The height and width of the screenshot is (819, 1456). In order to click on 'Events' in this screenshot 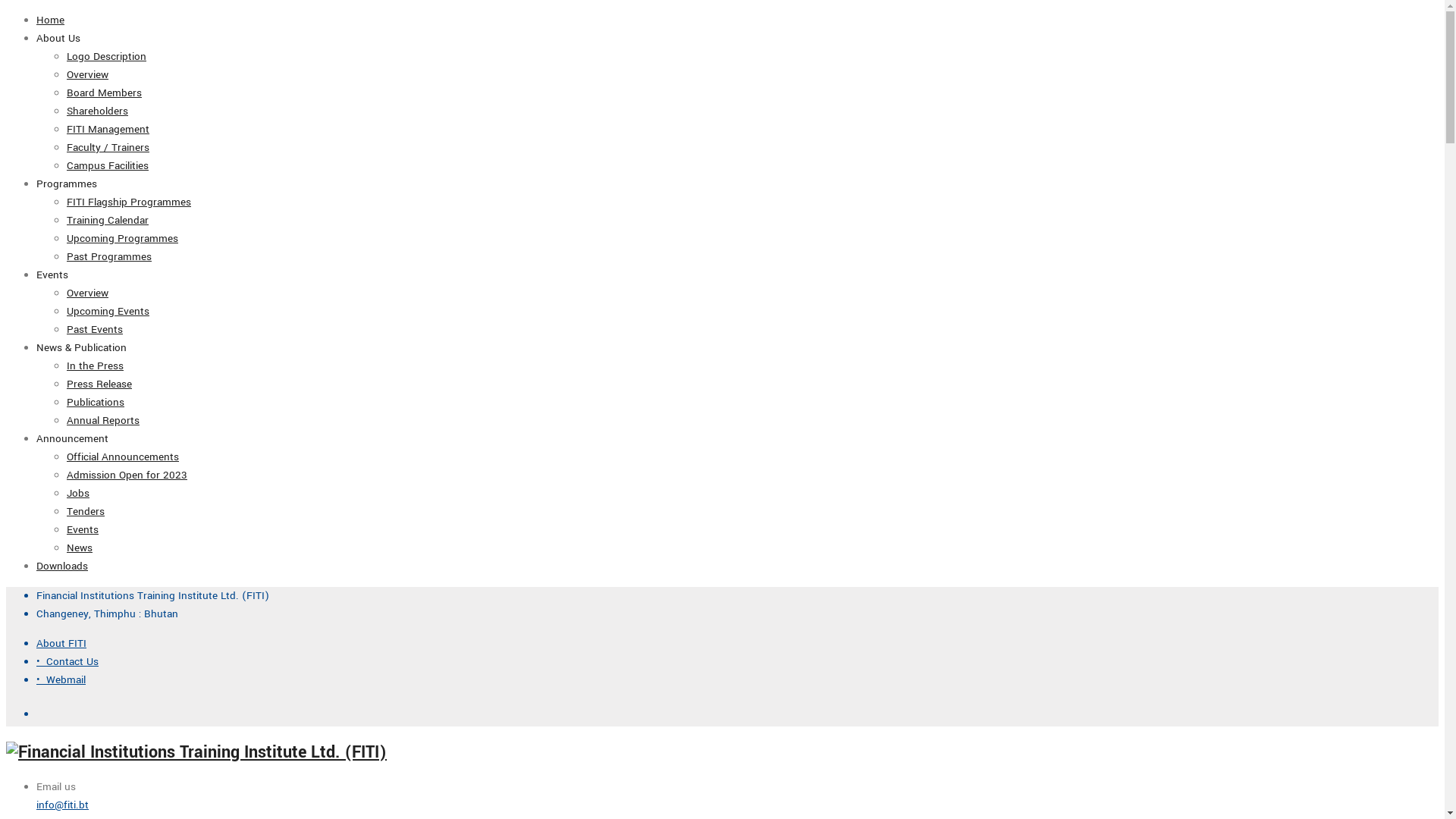, I will do `click(52, 275)`.